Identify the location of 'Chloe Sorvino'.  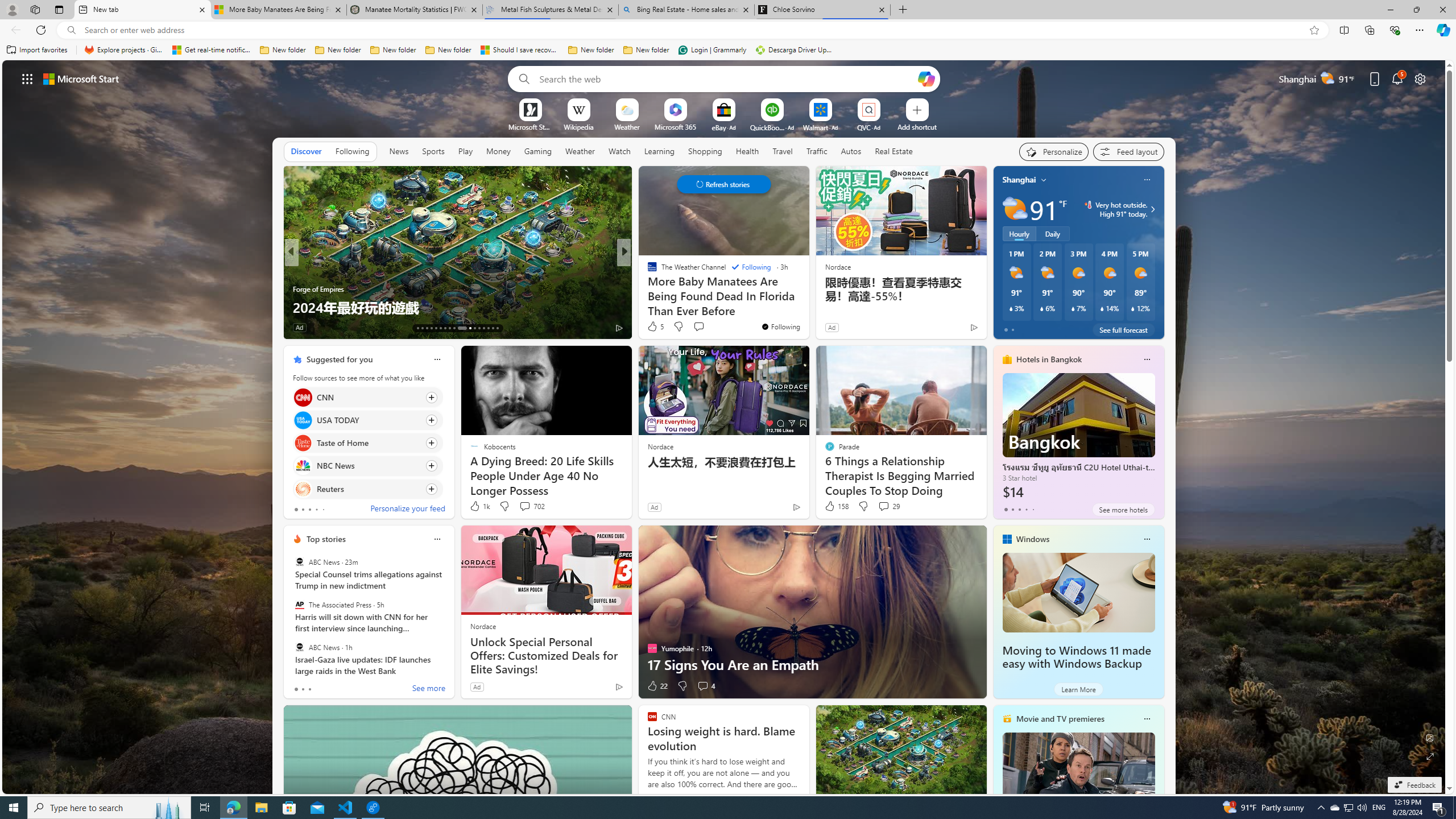
(822, 9).